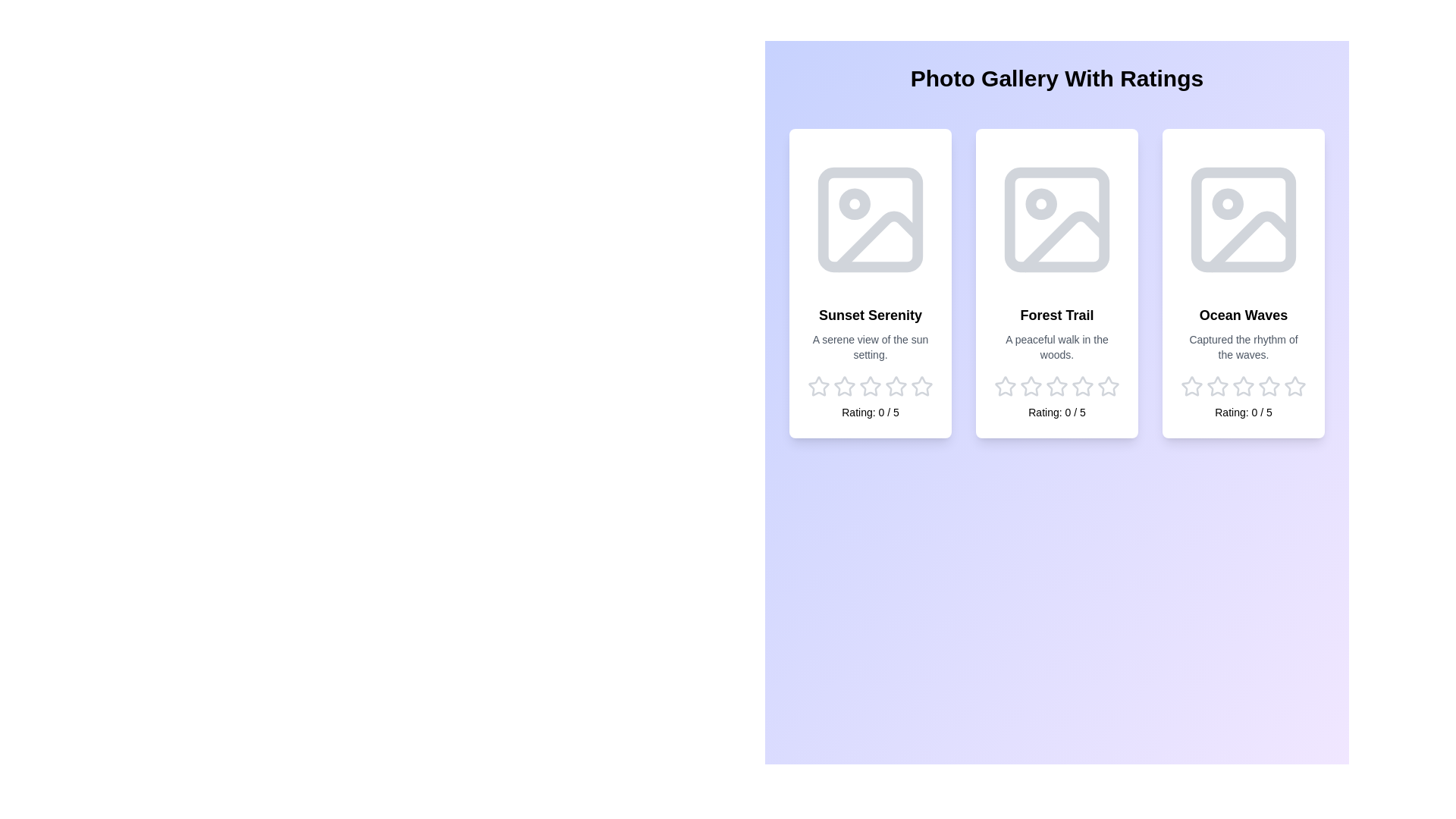  I want to click on the image or title of 'Sunset Serenity' to view its details, so click(870, 253).